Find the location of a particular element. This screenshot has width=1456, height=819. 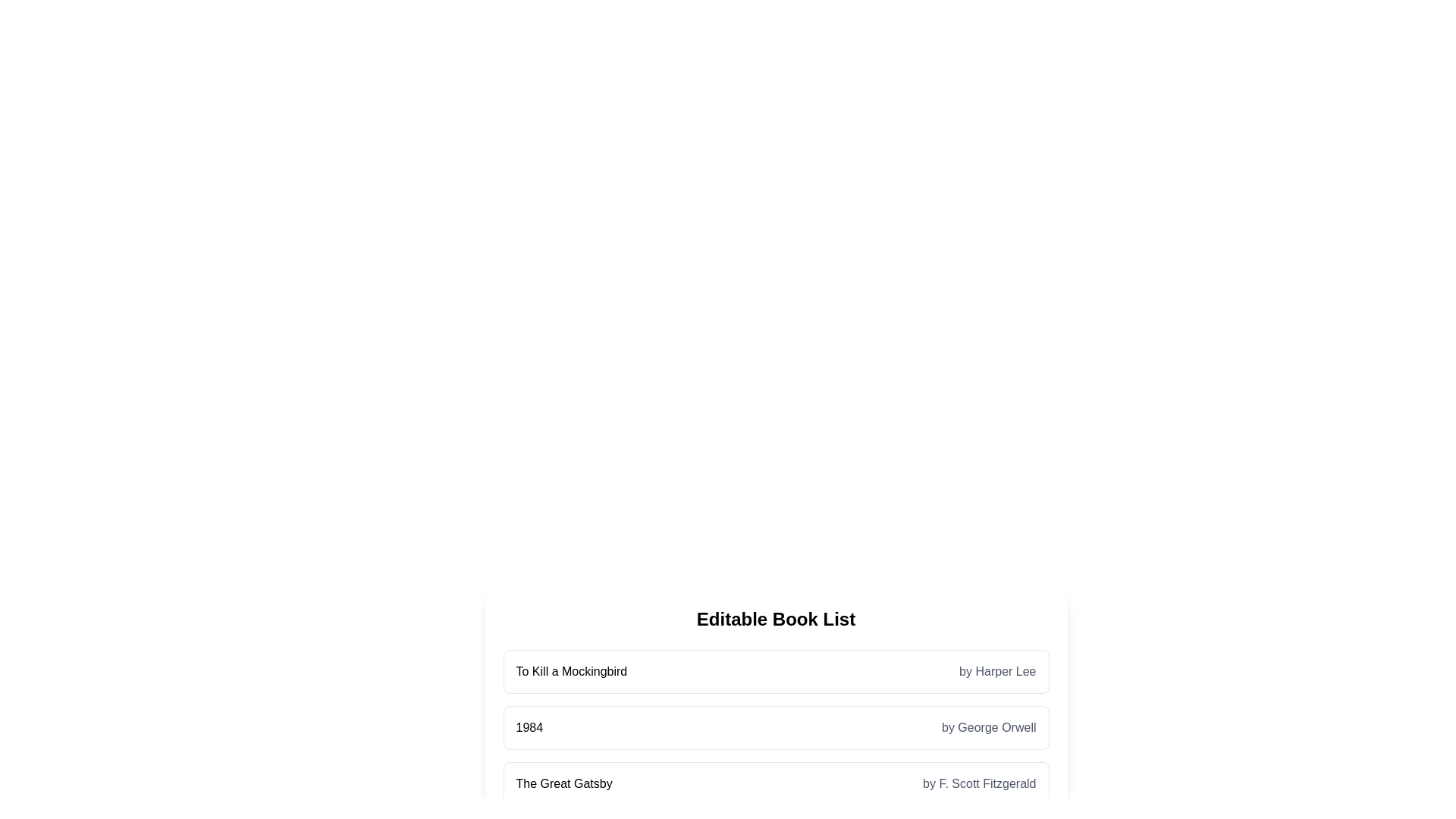

the text label representing the title of the book in the third row of the book list, positioned centrally to the left of the author text 'by F. Scott Fitzgerald' is located at coordinates (563, 783).